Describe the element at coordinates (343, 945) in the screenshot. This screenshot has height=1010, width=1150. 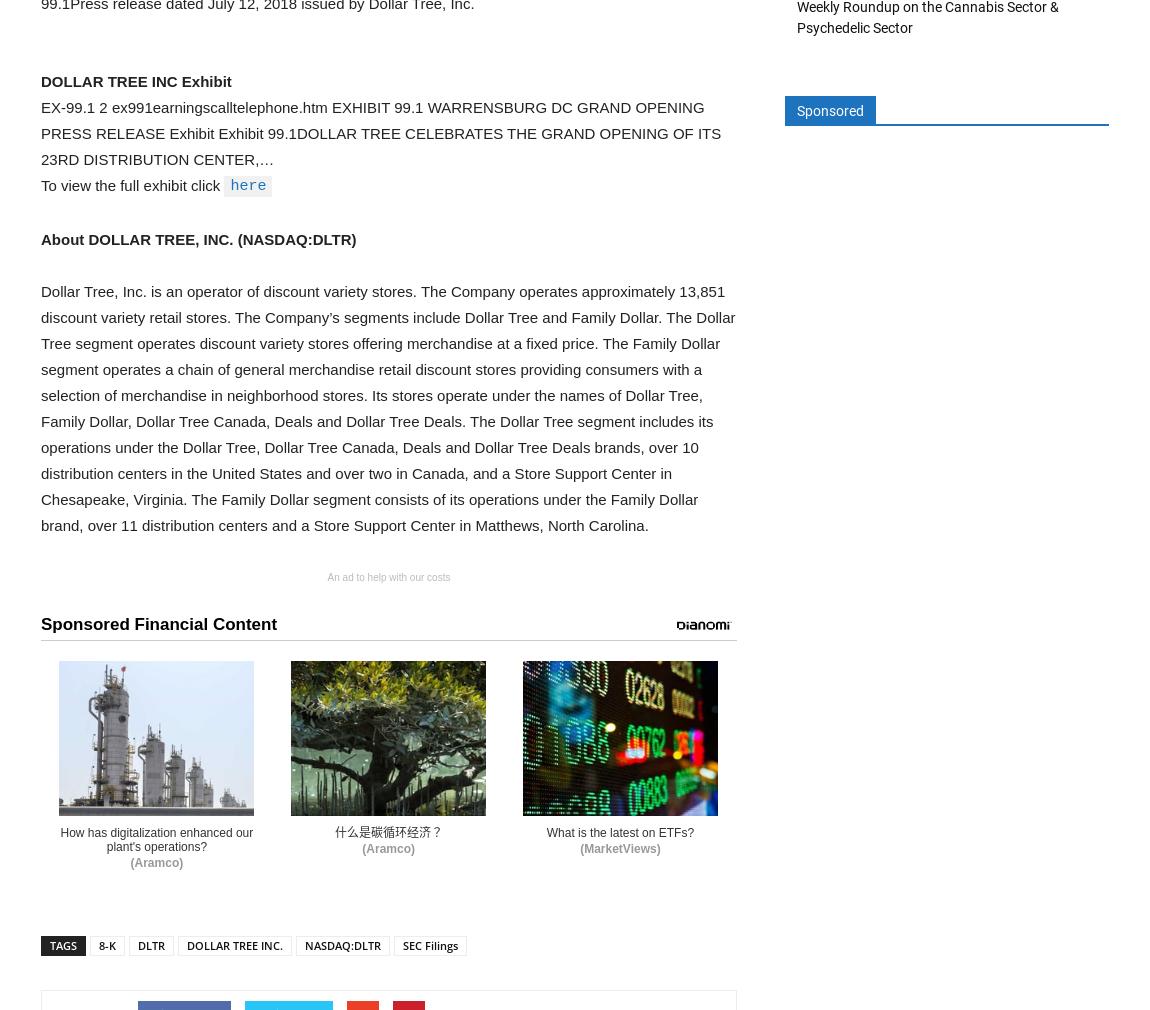
I see `'NASDAQ:DLTR'` at that location.